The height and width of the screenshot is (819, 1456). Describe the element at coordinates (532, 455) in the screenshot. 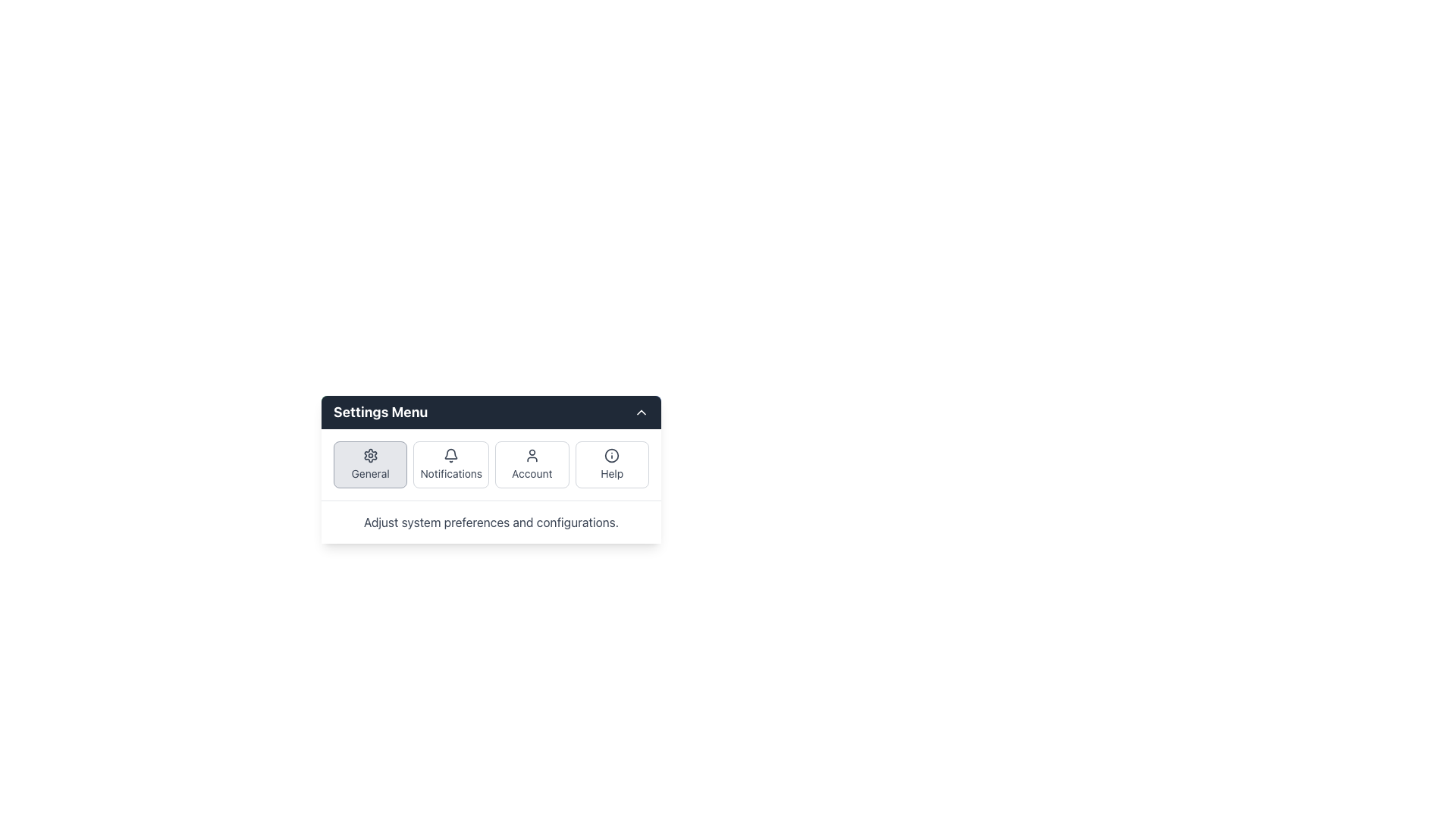

I see `the account settings icon located in the navigation menu, positioned directly above the 'Account' label, which is the third icon from the left` at that location.